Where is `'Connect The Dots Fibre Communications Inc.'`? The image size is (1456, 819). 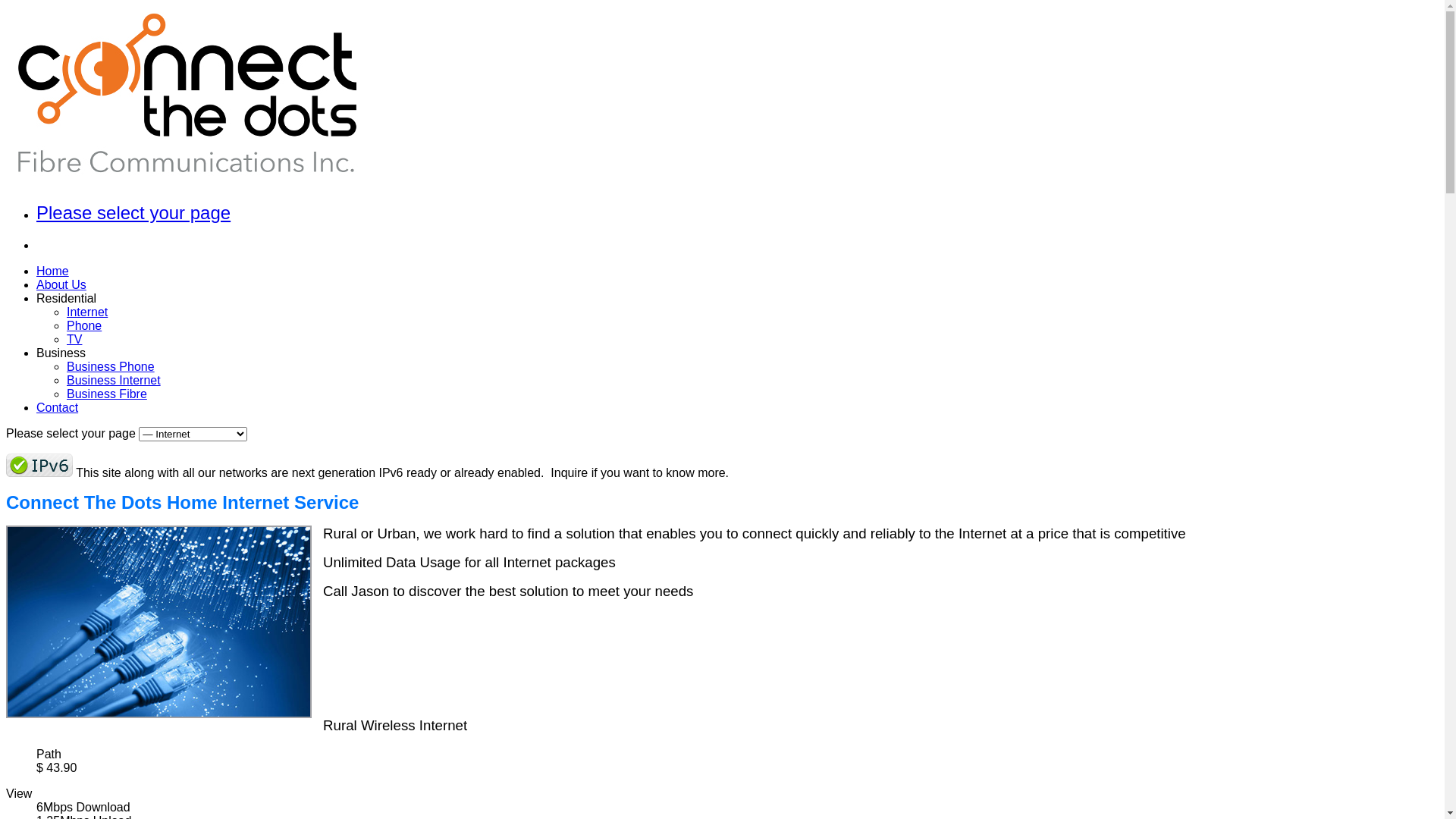 'Connect The Dots Fibre Communications Inc.' is located at coordinates (187, 179).